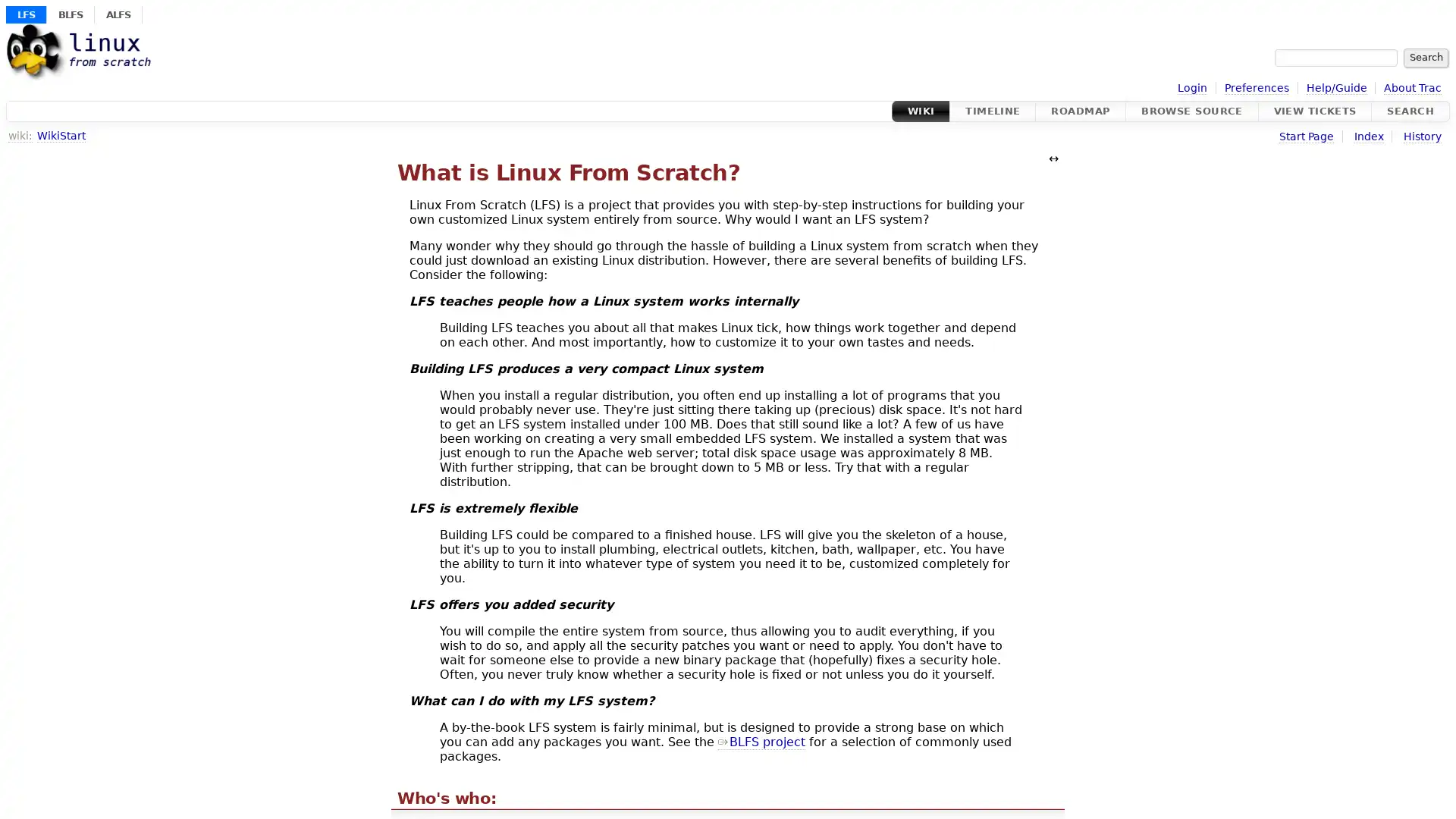 Image resolution: width=1456 pixels, height=819 pixels. Describe the element at coordinates (1425, 57) in the screenshot. I see `Search` at that location.